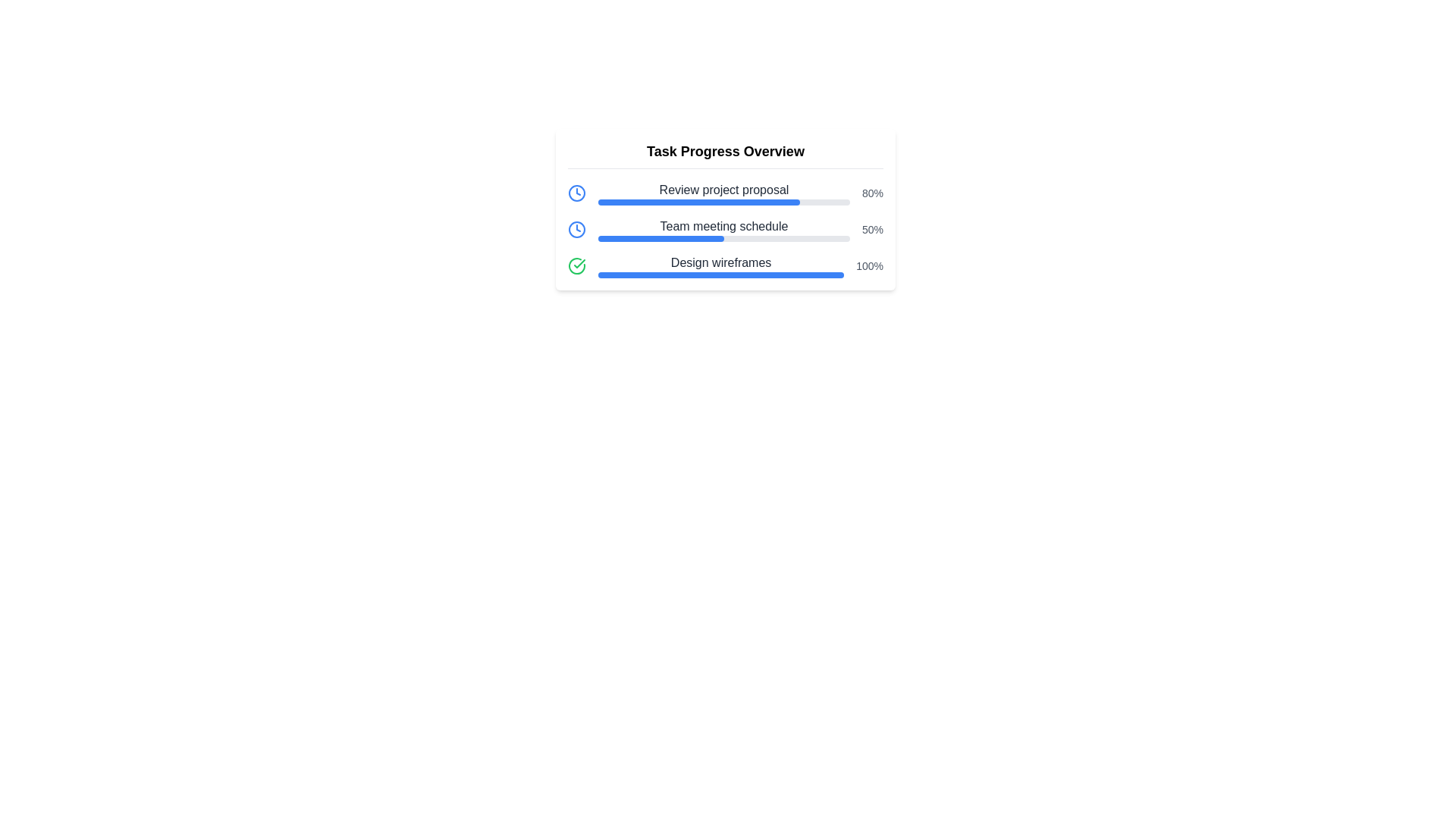 This screenshot has height=819, width=1456. Describe the element at coordinates (873, 192) in the screenshot. I see `text label displaying '80%' located to the far right of the progress bar associated with the 'Review project proposal' entry` at that location.